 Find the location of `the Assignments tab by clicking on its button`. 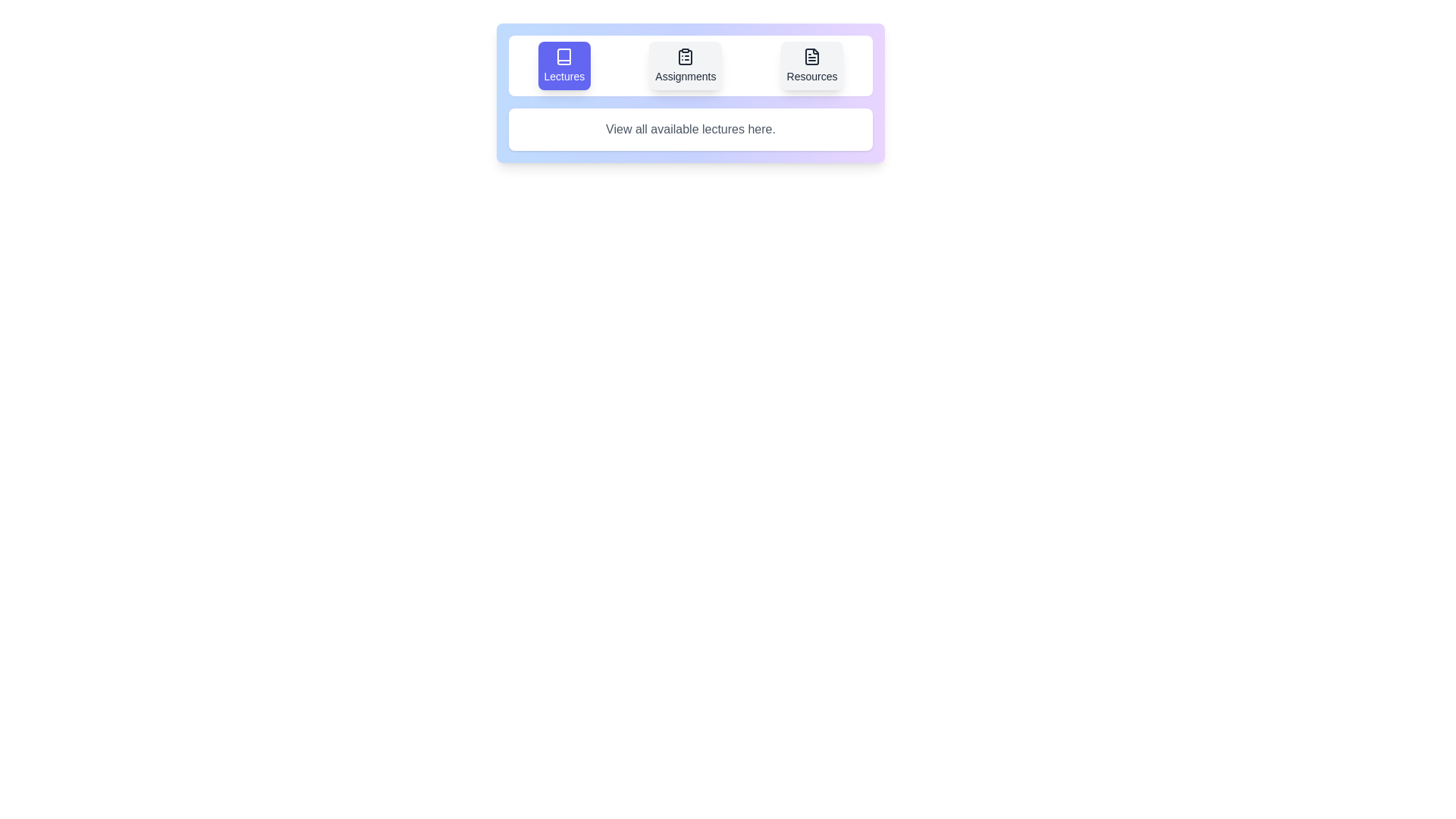

the Assignments tab by clicking on its button is located at coordinates (684, 65).